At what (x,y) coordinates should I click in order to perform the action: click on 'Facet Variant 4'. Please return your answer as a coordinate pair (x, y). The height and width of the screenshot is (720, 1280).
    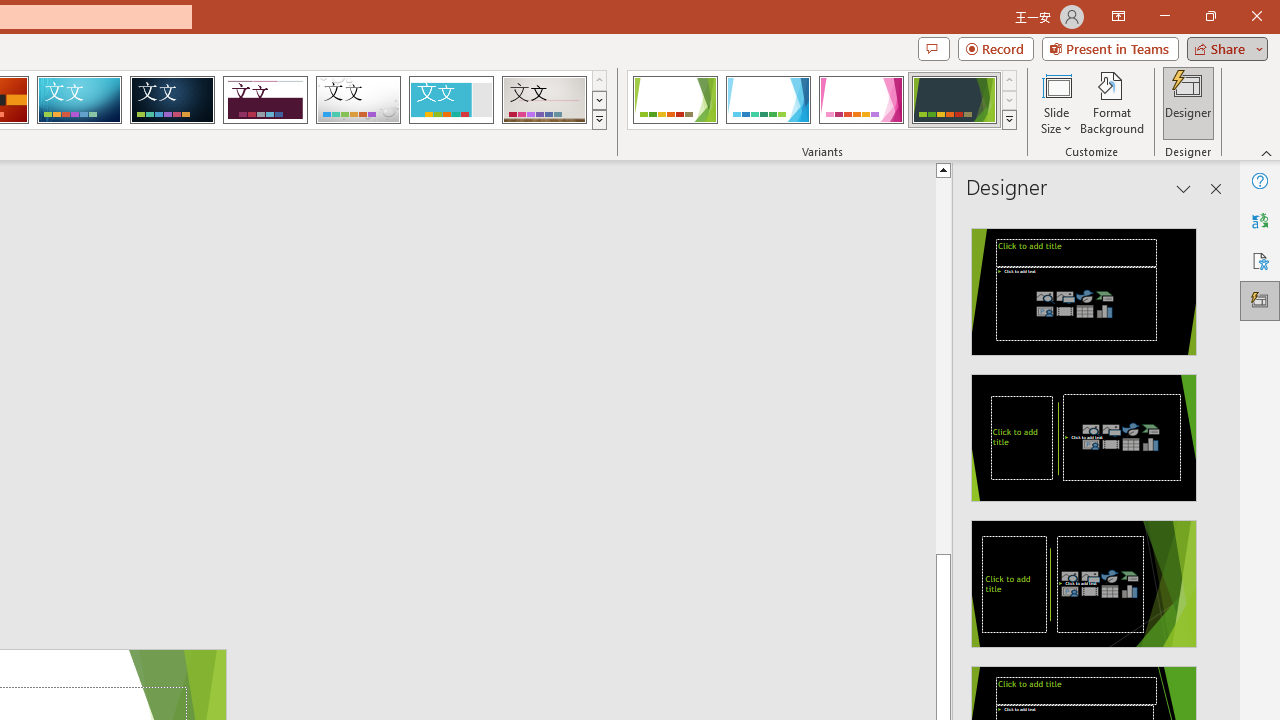
    Looking at the image, I should click on (953, 100).